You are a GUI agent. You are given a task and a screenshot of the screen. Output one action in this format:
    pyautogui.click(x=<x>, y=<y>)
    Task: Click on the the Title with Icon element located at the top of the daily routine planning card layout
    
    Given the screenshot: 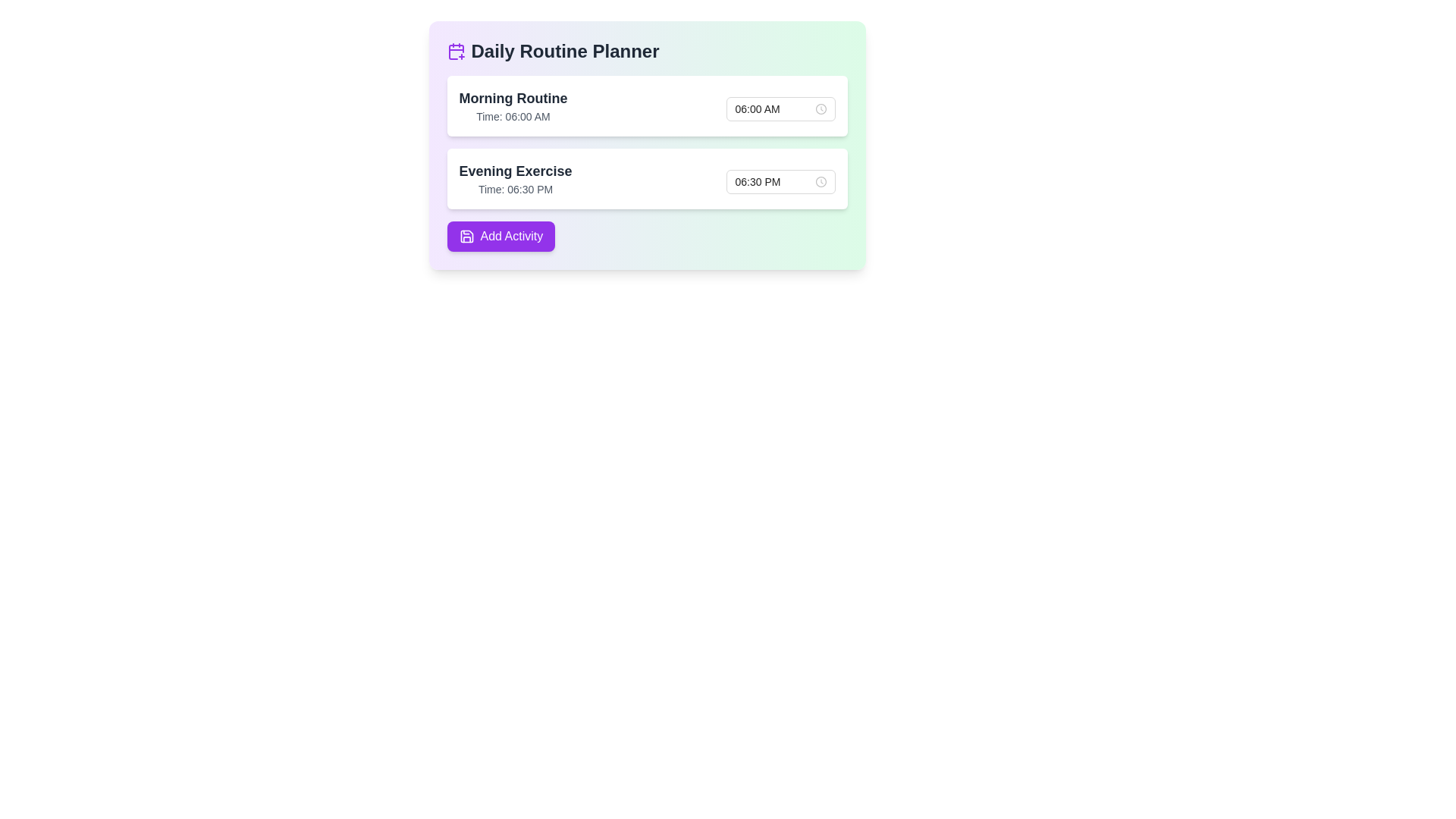 What is the action you would take?
    pyautogui.click(x=647, y=51)
    